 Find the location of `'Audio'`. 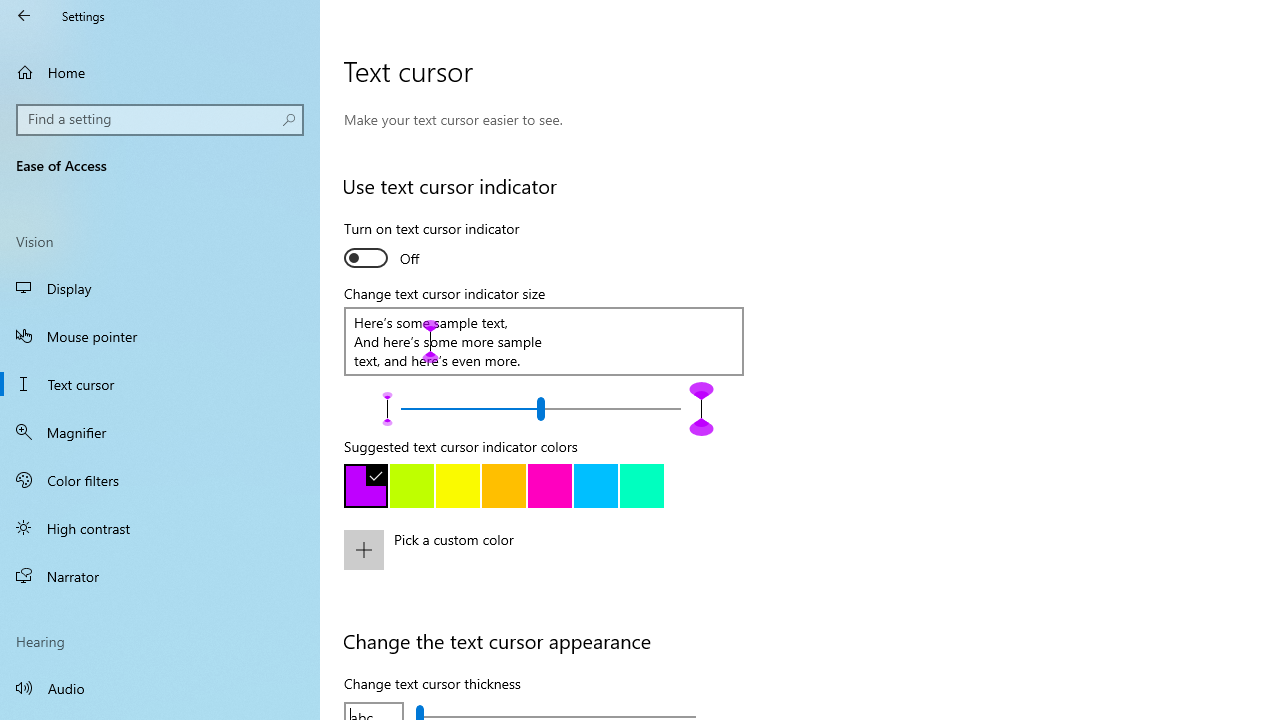

'Audio' is located at coordinates (160, 686).